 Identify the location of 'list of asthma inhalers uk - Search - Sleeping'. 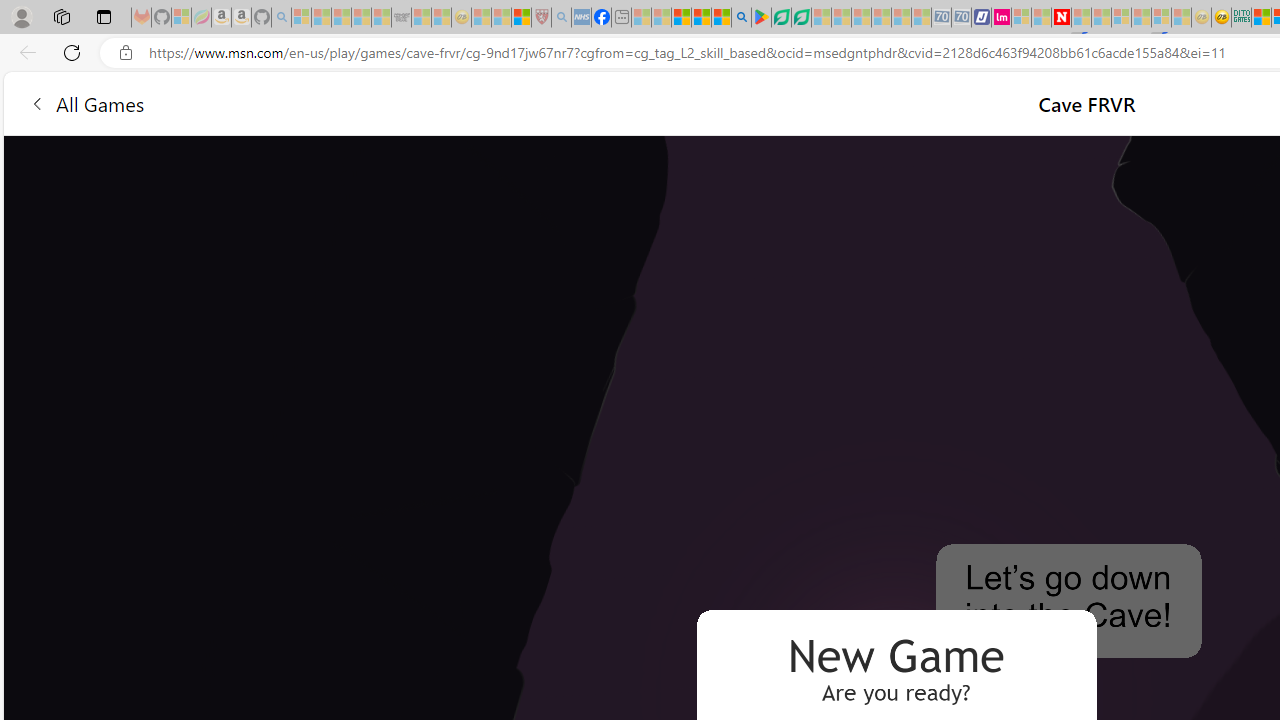
(560, 17).